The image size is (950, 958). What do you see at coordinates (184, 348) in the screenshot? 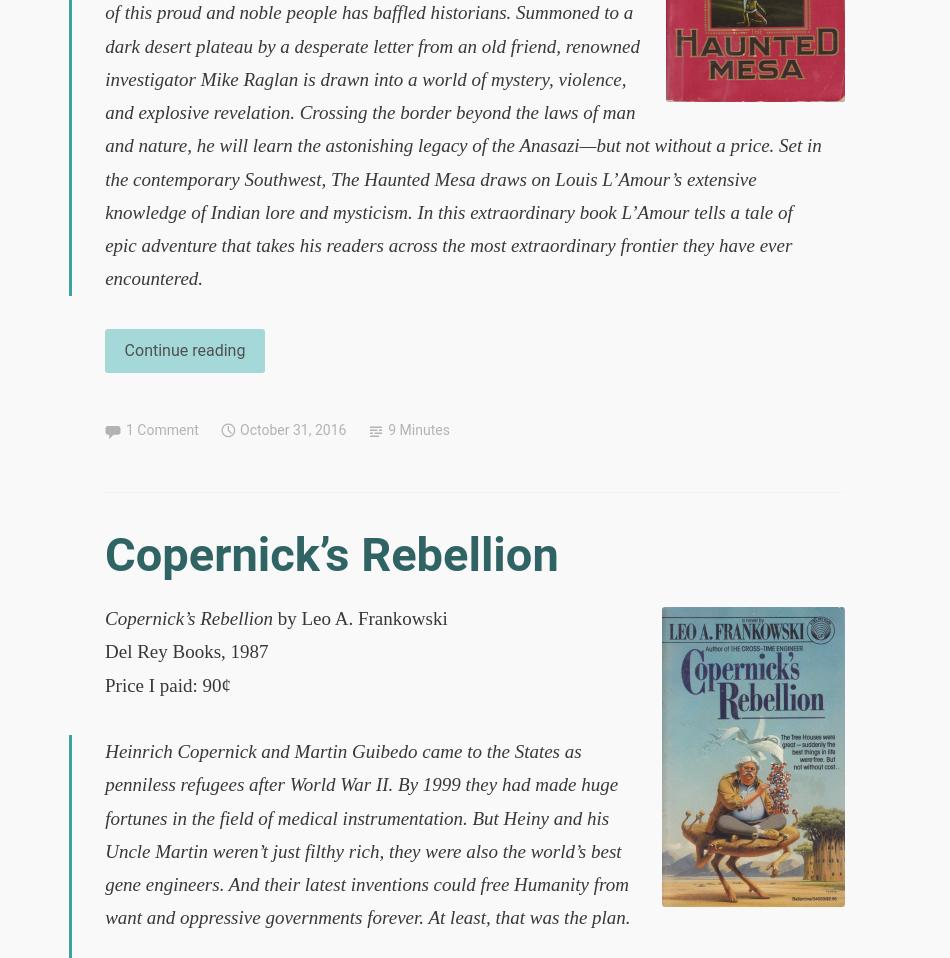
I see `'Continue reading'` at bounding box center [184, 348].